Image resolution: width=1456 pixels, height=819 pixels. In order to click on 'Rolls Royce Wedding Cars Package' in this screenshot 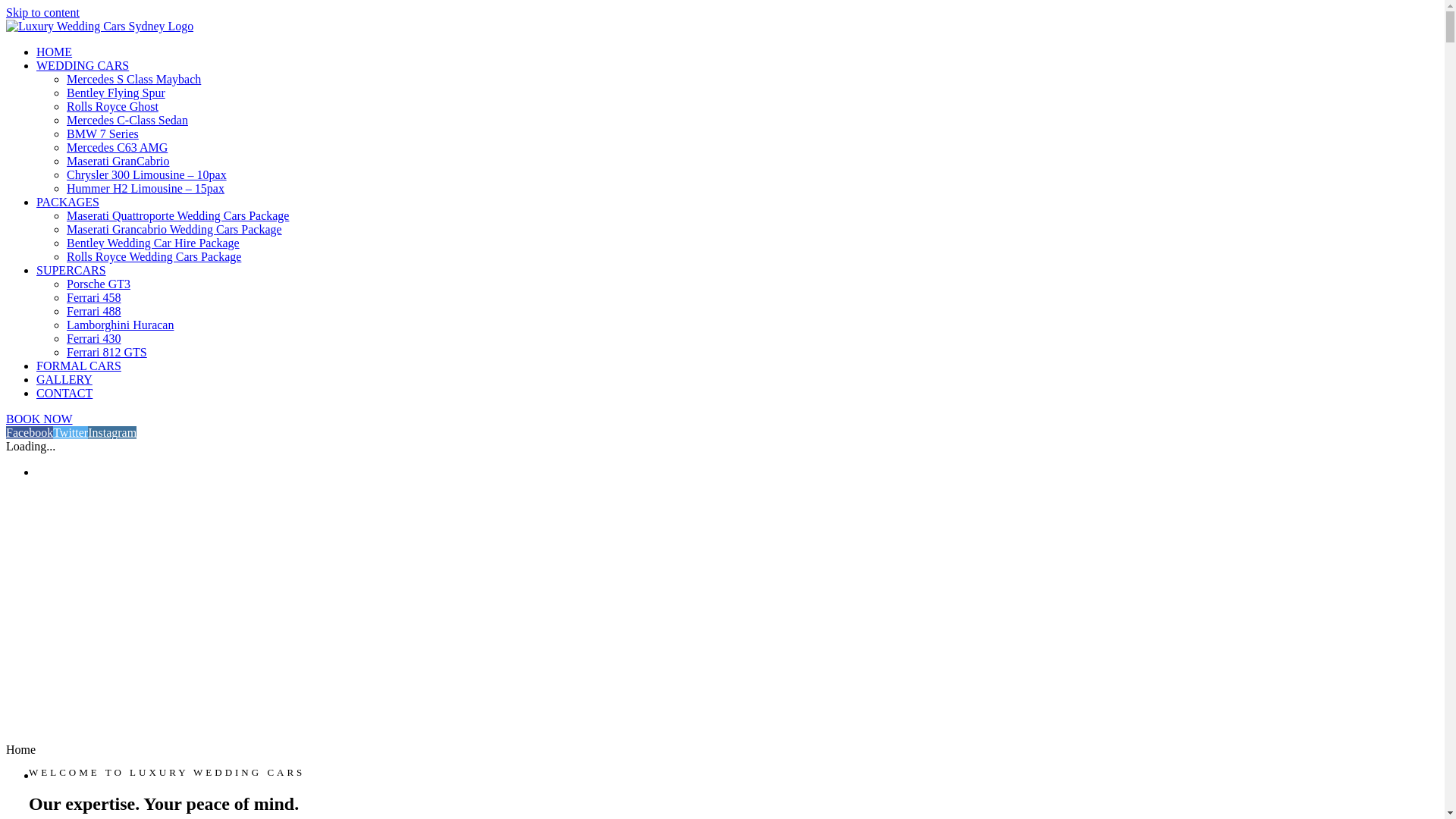, I will do `click(153, 256)`.